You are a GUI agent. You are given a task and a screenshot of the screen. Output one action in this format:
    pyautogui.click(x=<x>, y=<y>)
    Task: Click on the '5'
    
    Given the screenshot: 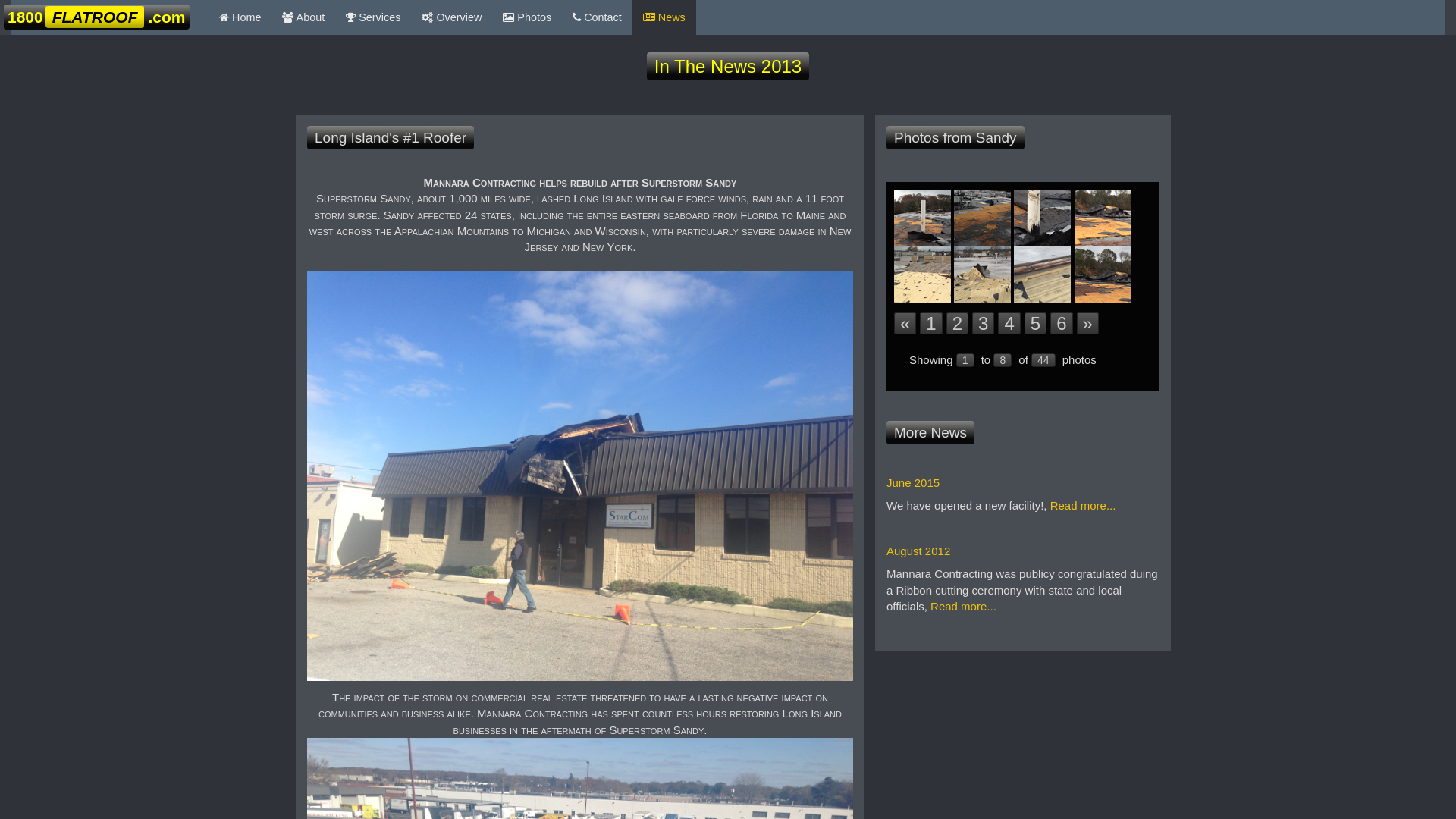 What is the action you would take?
    pyautogui.click(x=1034, y=322)
    